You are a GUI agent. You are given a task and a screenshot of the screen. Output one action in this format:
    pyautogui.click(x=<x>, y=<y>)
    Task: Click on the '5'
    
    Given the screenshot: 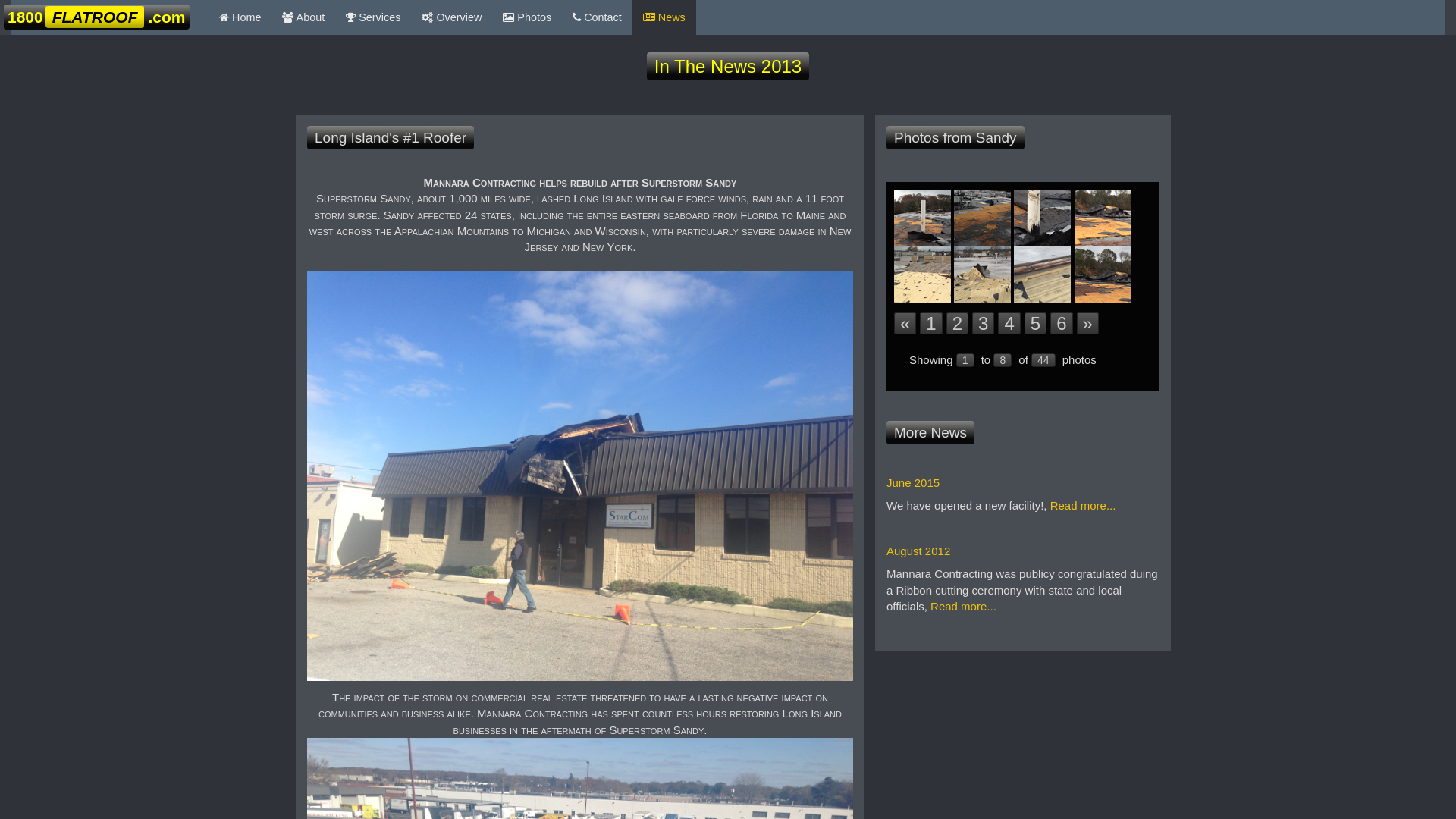 What is the action you would take?
    pyautogui.click(x=1034, y=322)
    